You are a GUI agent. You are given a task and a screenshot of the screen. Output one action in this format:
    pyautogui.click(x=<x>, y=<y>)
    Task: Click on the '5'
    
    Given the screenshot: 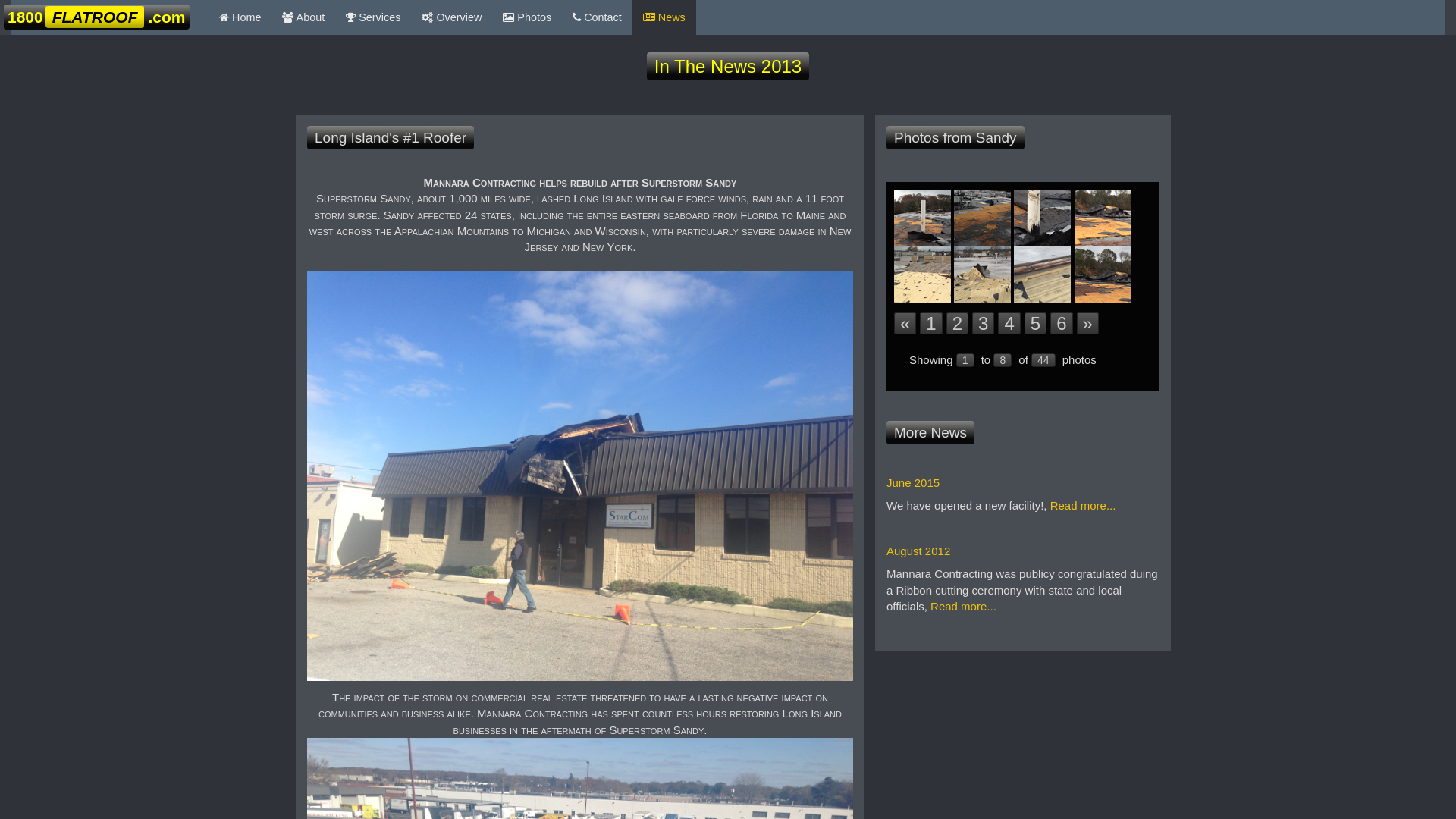 What is the action you would take?
    pyautogui.click(x=1034, y=322)
    